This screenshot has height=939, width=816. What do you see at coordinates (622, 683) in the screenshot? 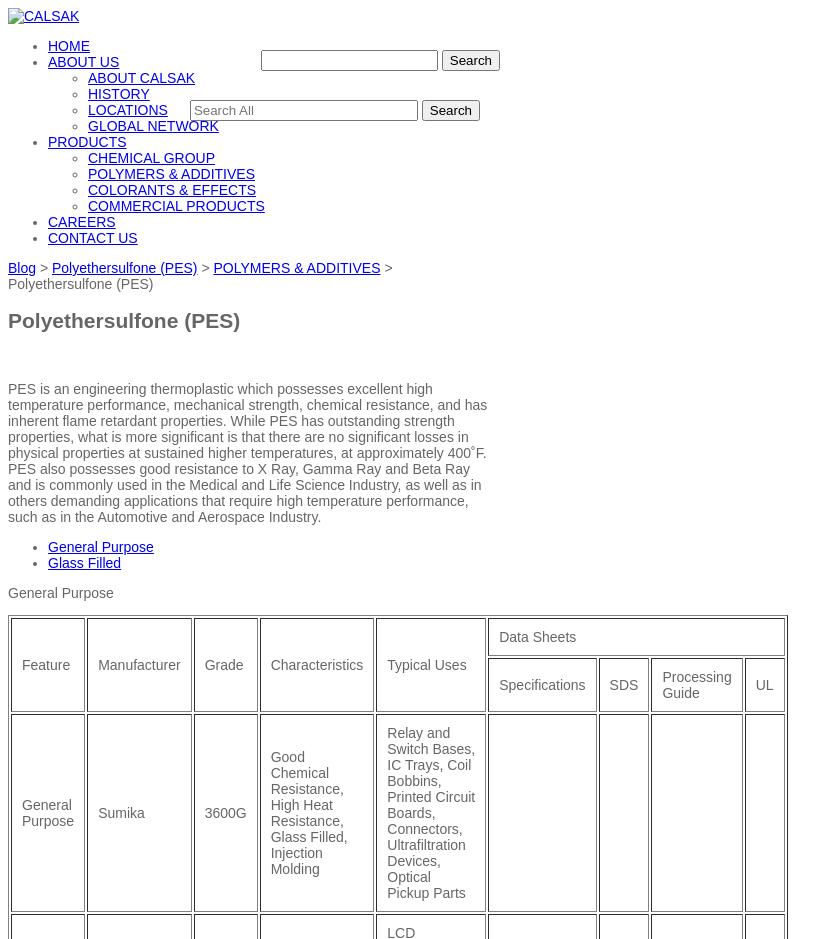
I see `'SDS'` at bounding box center [622, 683].